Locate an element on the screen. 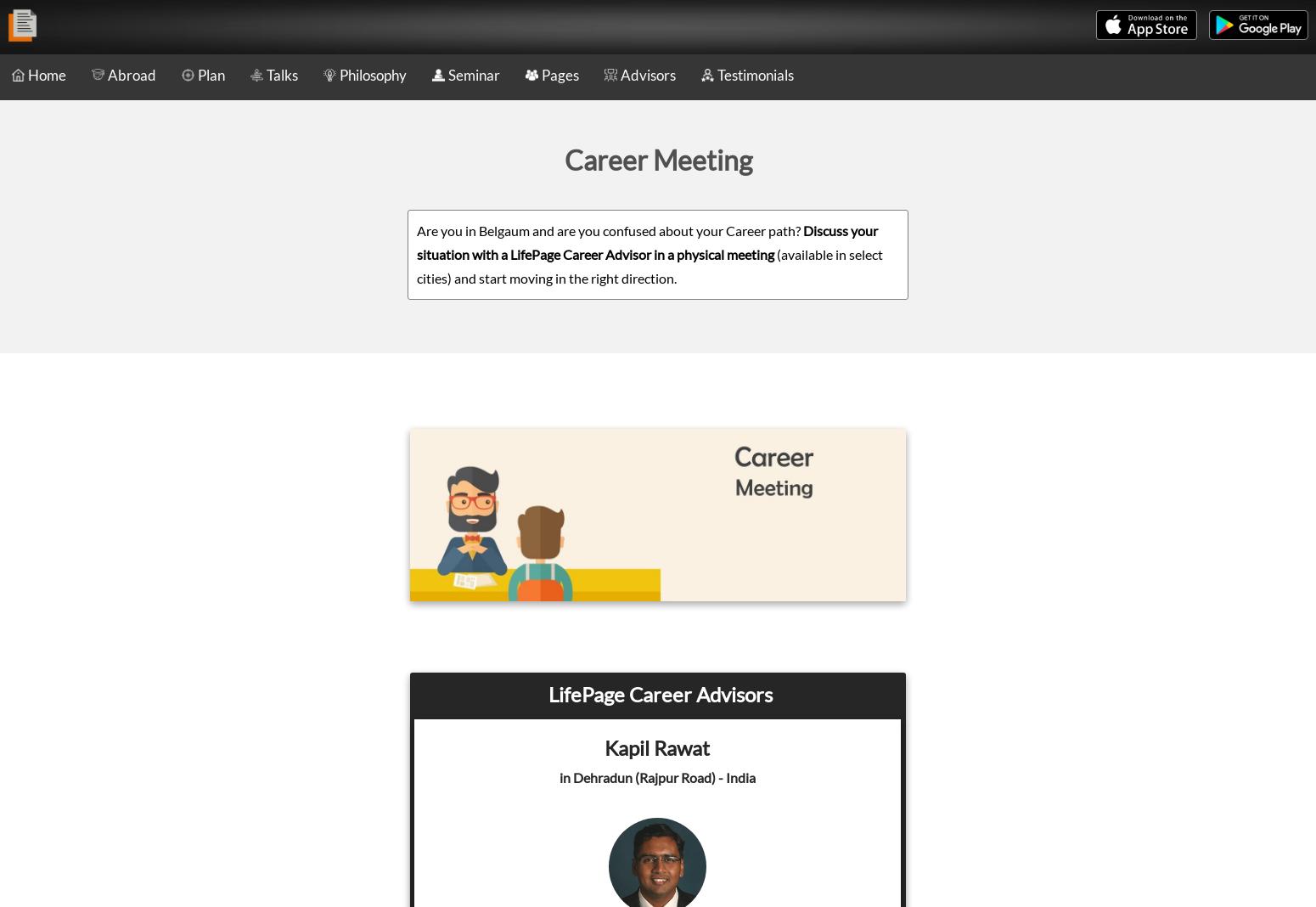  'Discuss your situation with a LifePage Career Advisor in a physical meeting' is located at coordinates (647, 240).